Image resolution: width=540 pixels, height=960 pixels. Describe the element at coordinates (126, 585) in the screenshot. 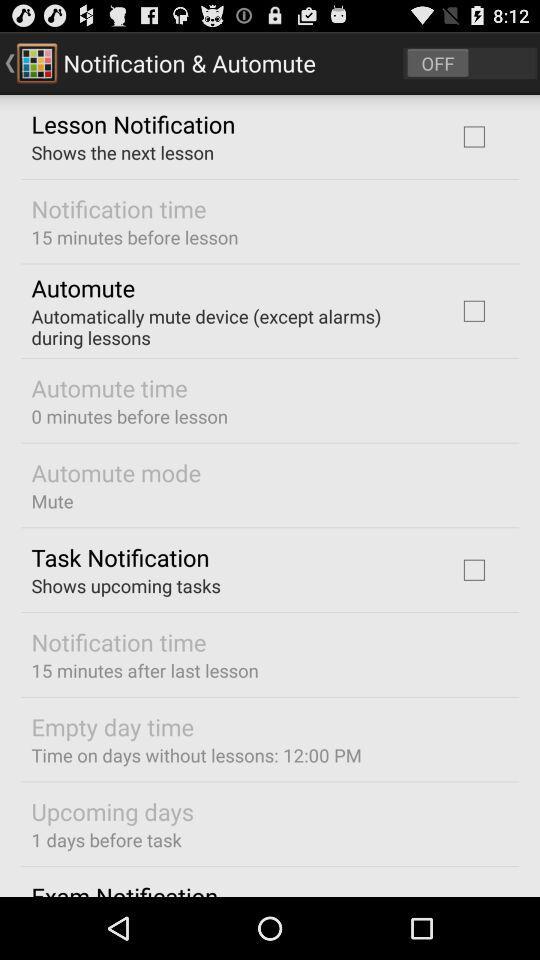

I see `icon above notification time item` at that location.